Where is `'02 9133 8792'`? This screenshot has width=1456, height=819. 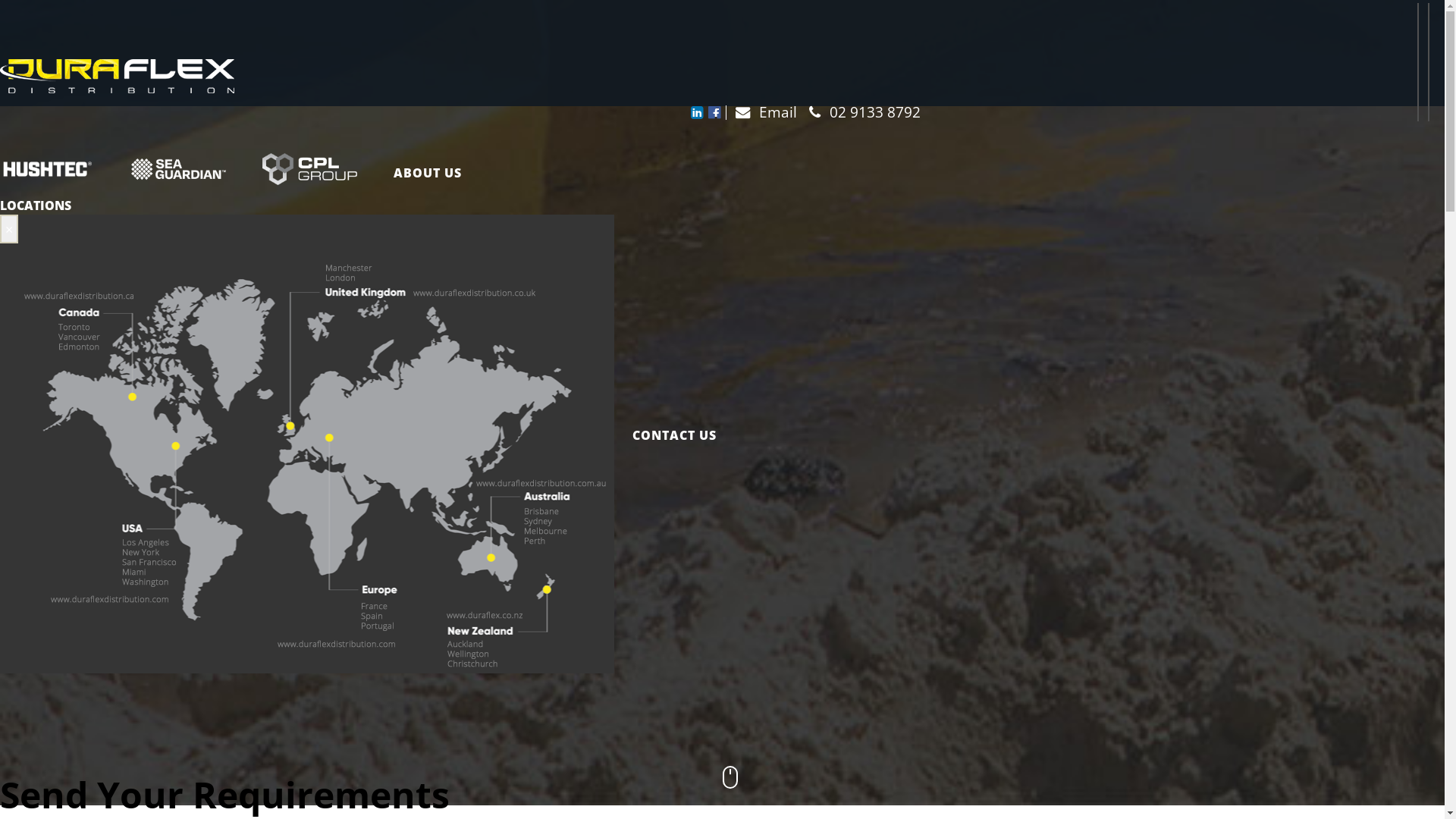 '02 9133 8792' is located at coordinates (860, 111).